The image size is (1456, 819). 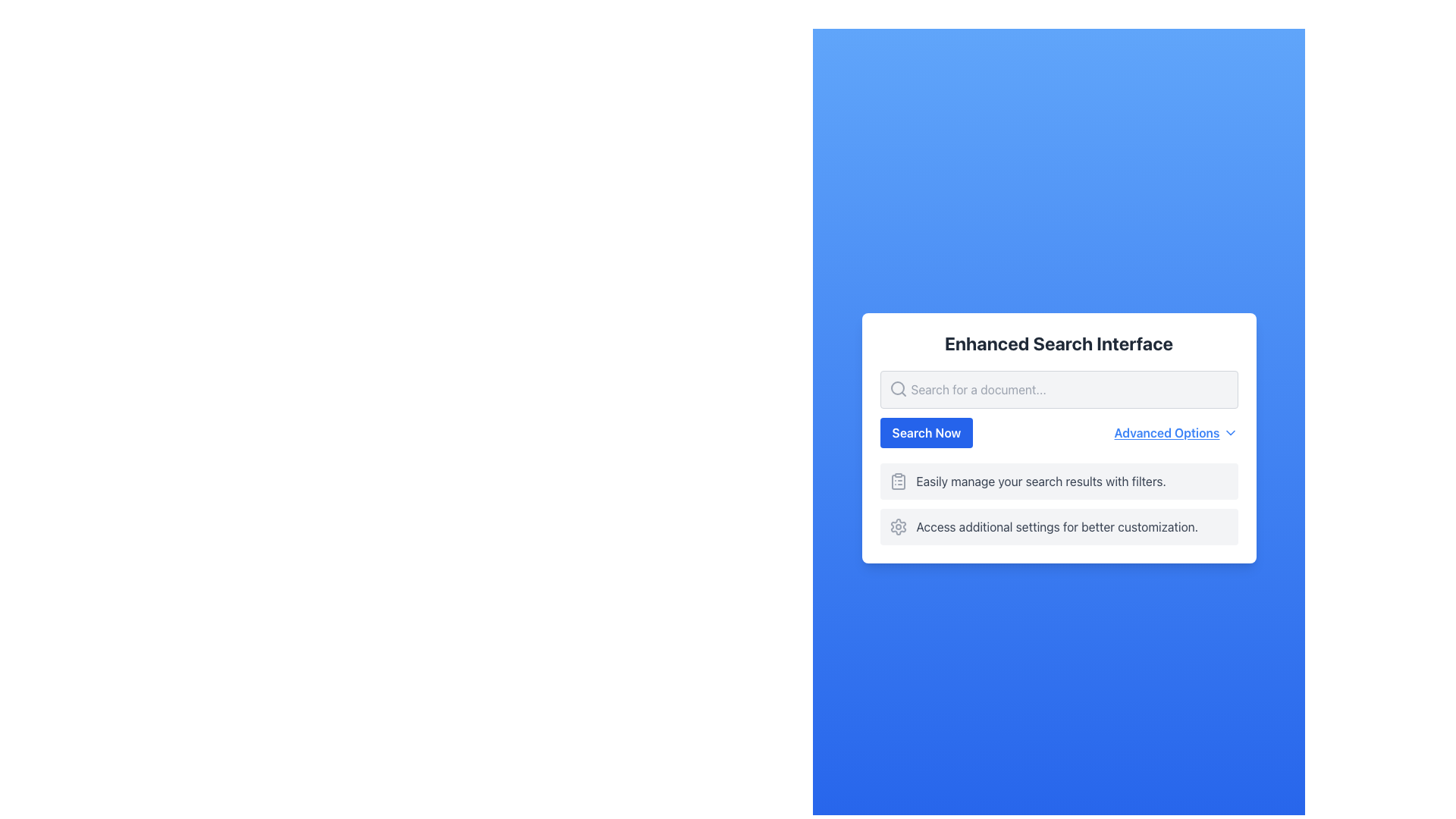 What do you see at coordinates (1040, 482) in the screenshot?
I see `the static text element that provides guidance in the search interface popup, located below the 'Search Now' button and to the right of the clipboard icon` at bounding box center [1040, 482].